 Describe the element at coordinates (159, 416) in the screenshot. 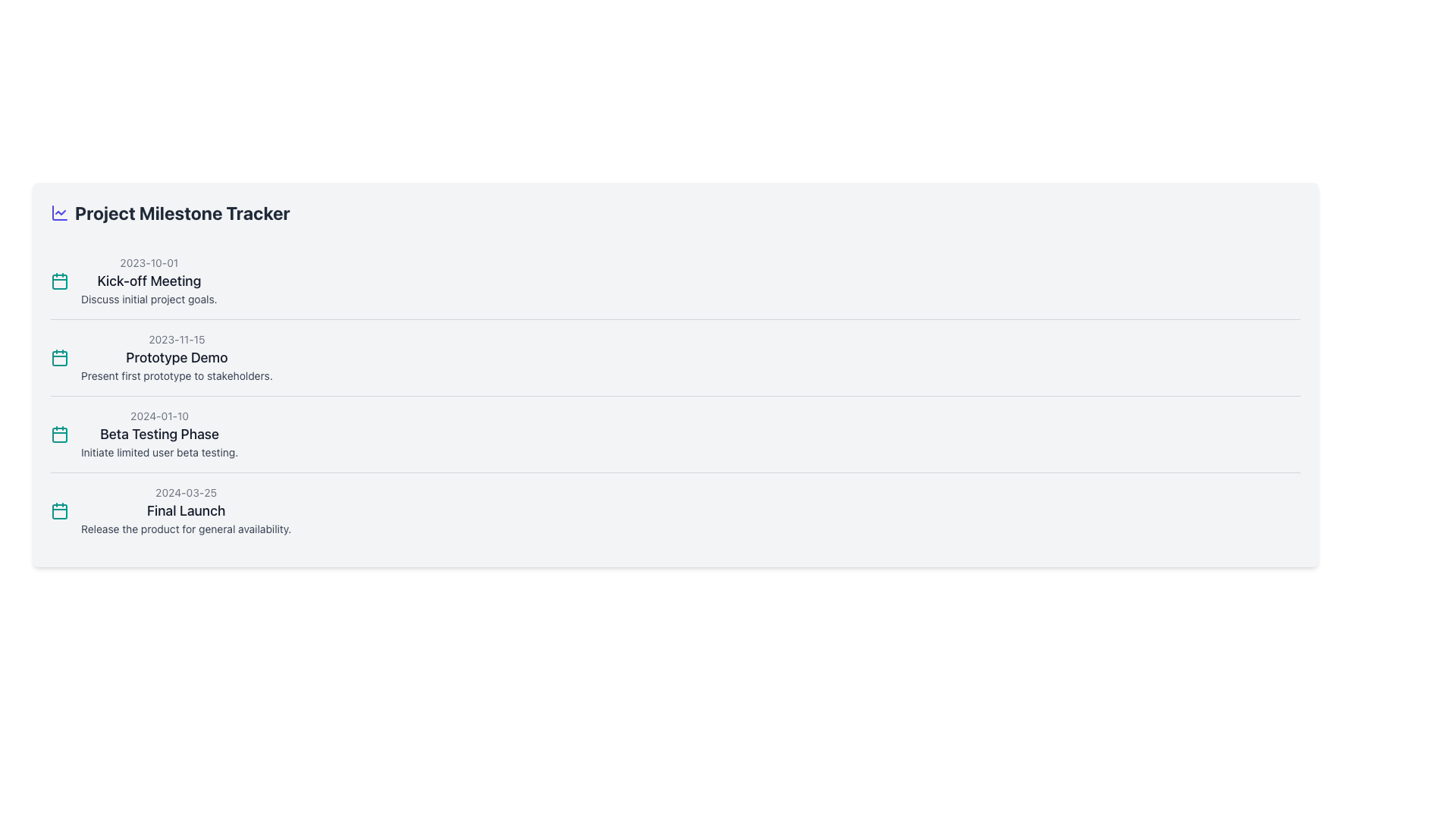

I see `the static text displaying the date '2024-01-10', which is located above the 'Beta Testing Phase' section in the third milestone entry of the timeline` at that location.